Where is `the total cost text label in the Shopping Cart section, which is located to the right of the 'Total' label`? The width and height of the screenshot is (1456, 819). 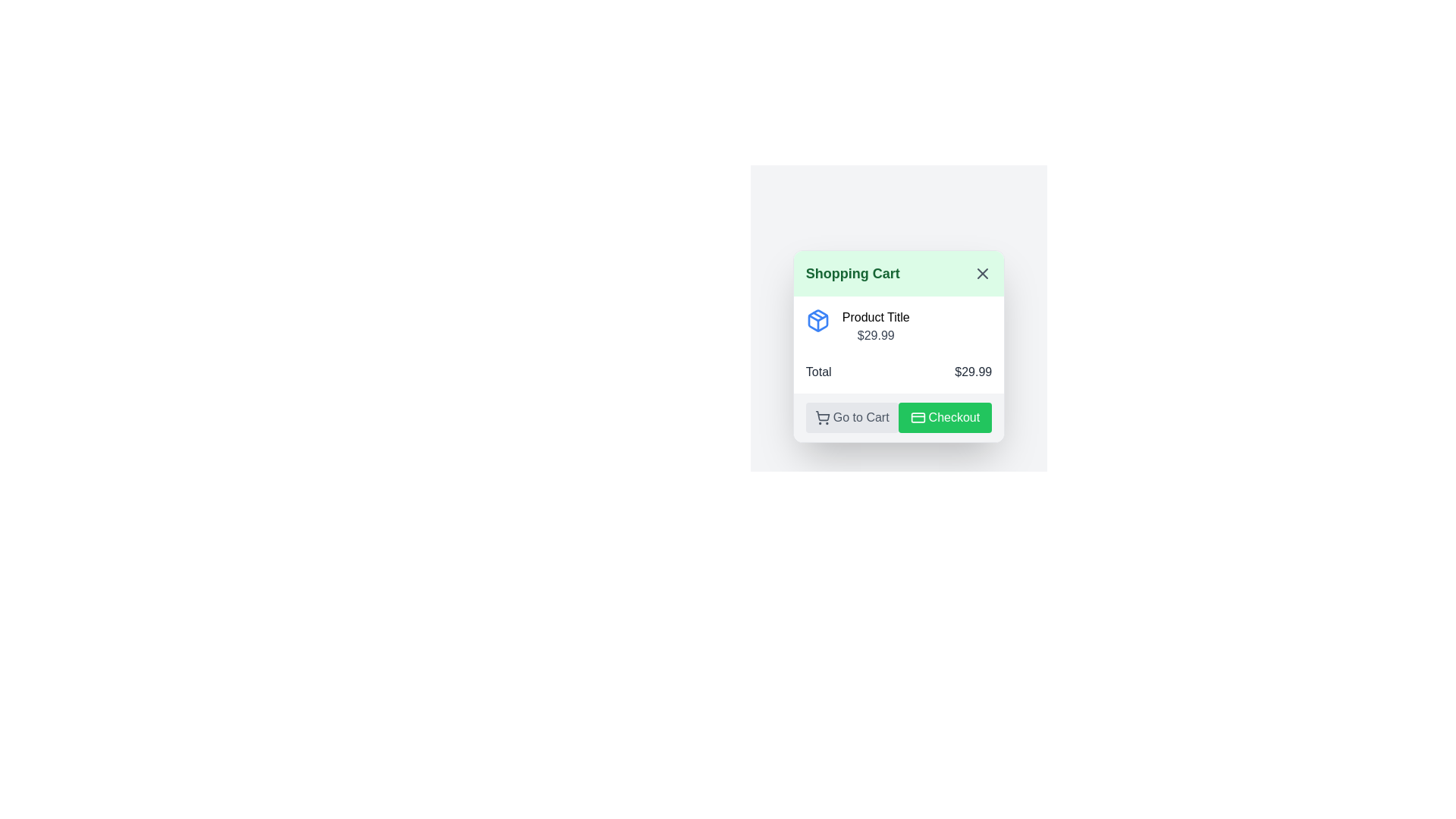
the total cost text label in the Shopping Cart section, which is located to the right of the 'Total' label is located at coordinates (973, 372).